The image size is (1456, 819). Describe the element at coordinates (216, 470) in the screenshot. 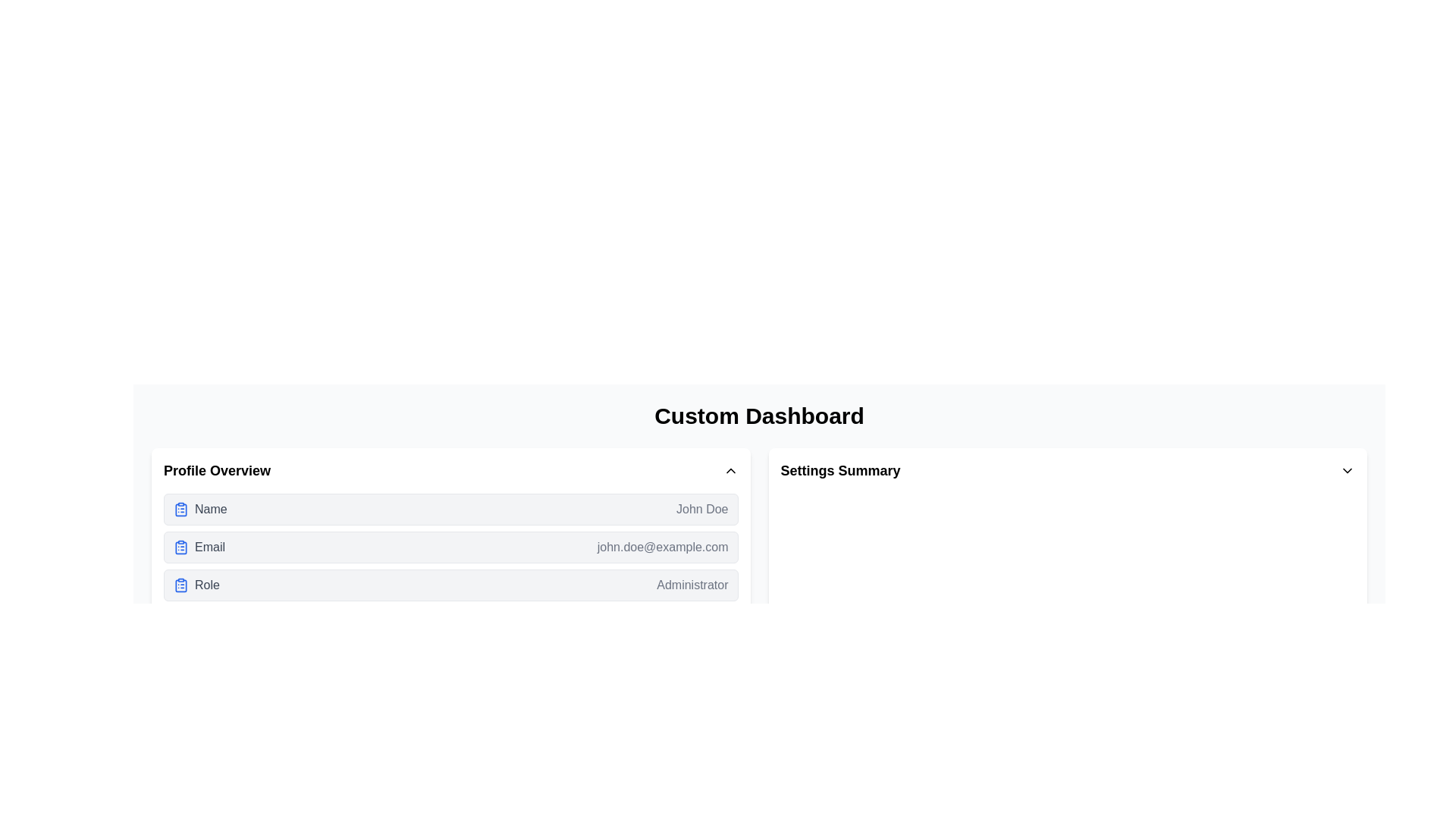

I see `the text label that serves as the title for the profile information section, providing context to the details below such as Name, Email, and Role` at that location.